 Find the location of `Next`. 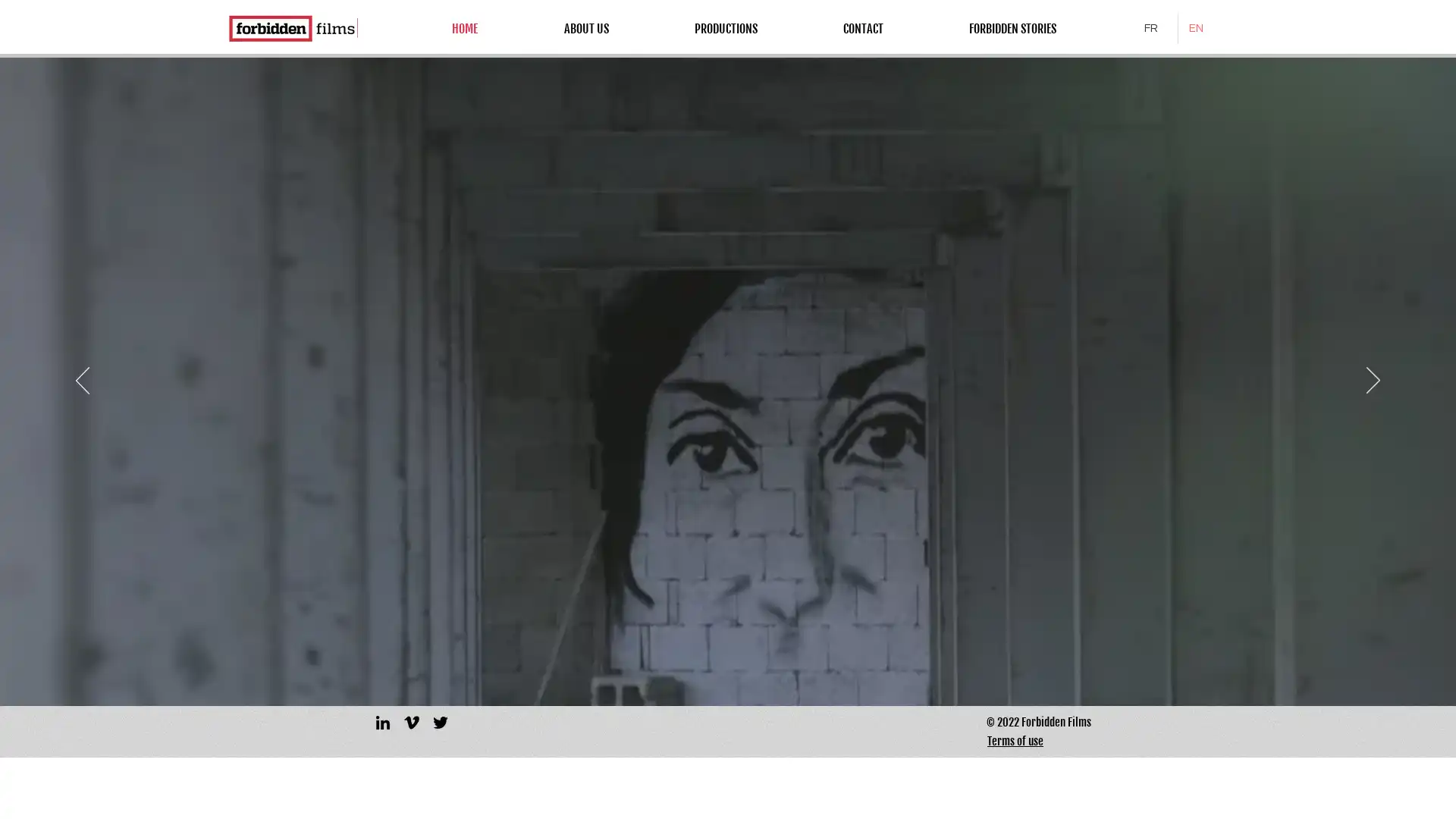

Next is located at coordinates (1373, 380).